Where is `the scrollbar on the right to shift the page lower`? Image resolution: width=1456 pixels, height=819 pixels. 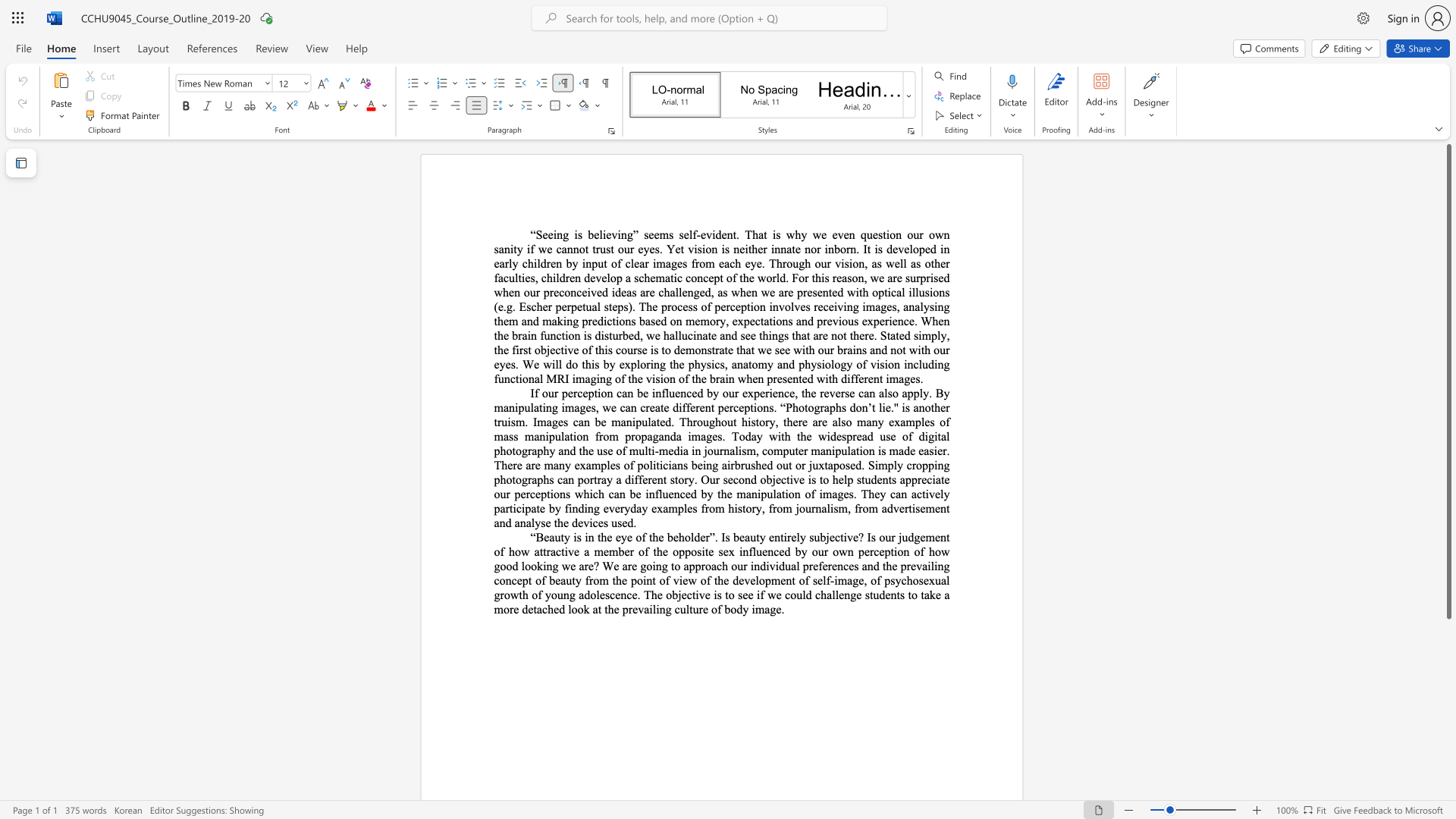
the scrollbar on the right to shift the page lower is located at coordinates (1448, 629).